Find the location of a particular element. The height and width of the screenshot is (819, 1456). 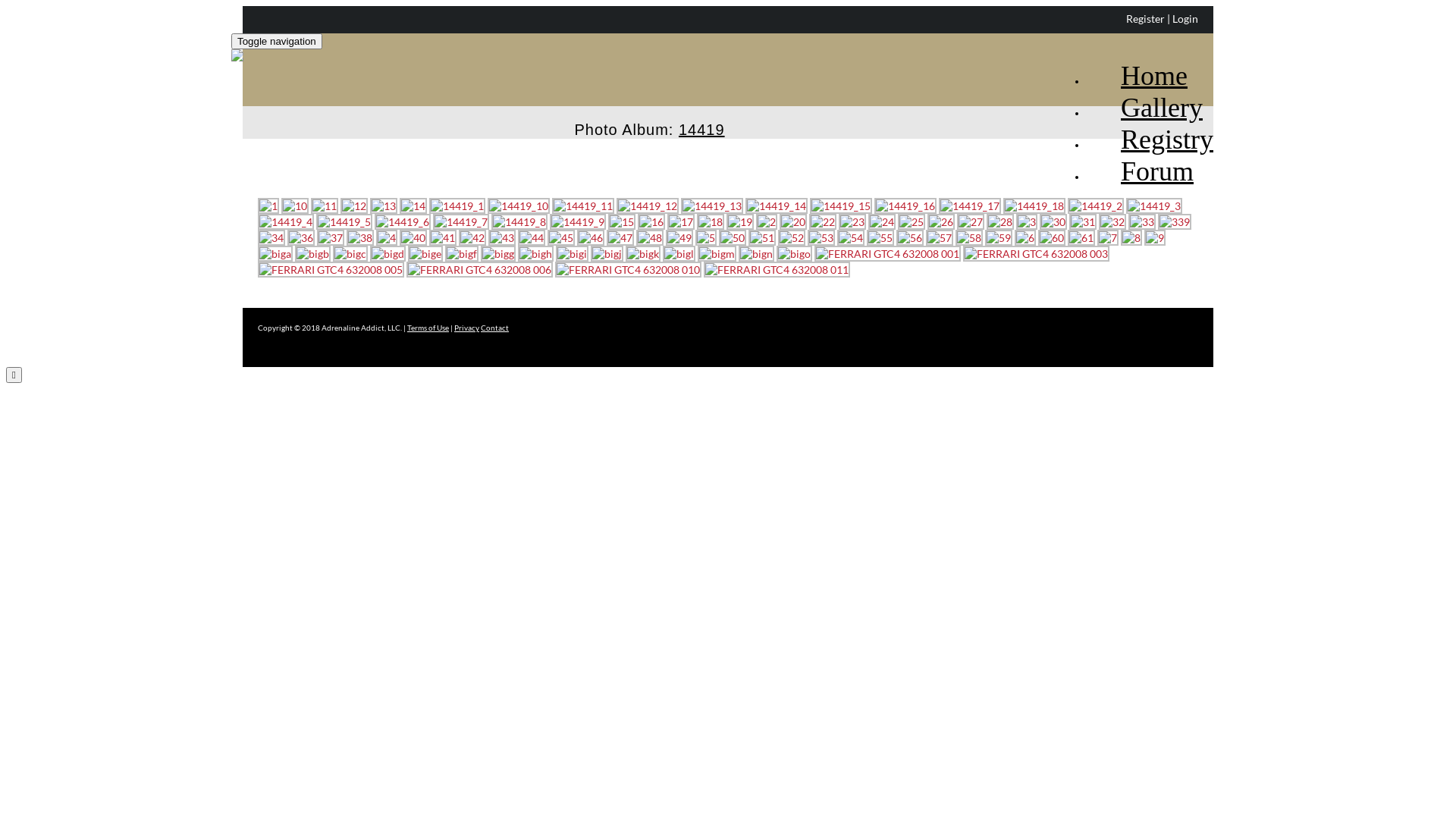

'14419_2 (click to enlarge)' is located at coordinates (1066, 206).